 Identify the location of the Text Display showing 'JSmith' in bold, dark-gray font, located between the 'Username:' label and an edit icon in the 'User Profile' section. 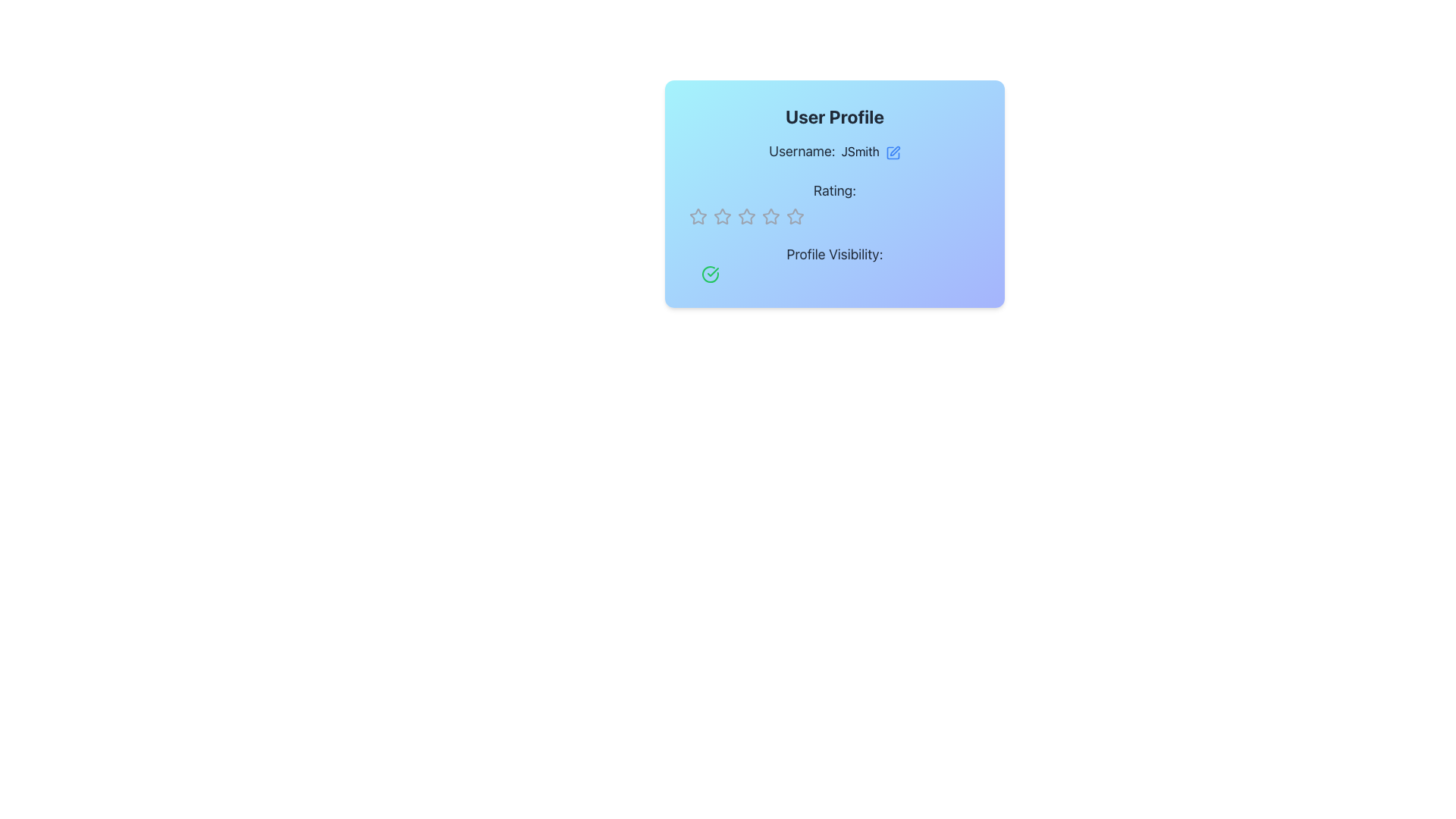
(860, 152).